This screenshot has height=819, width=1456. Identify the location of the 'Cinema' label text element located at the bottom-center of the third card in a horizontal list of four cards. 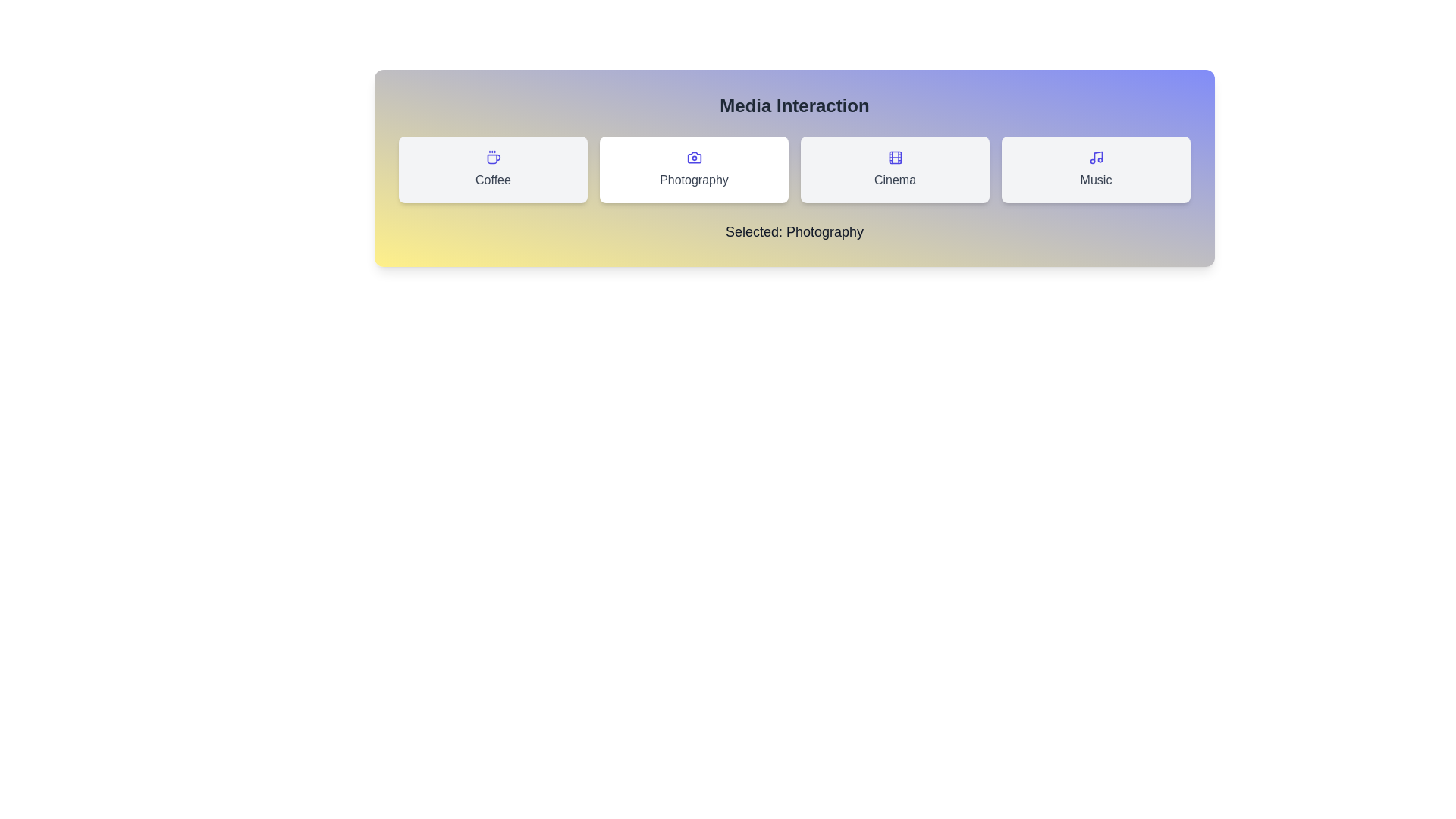
(895, 180).